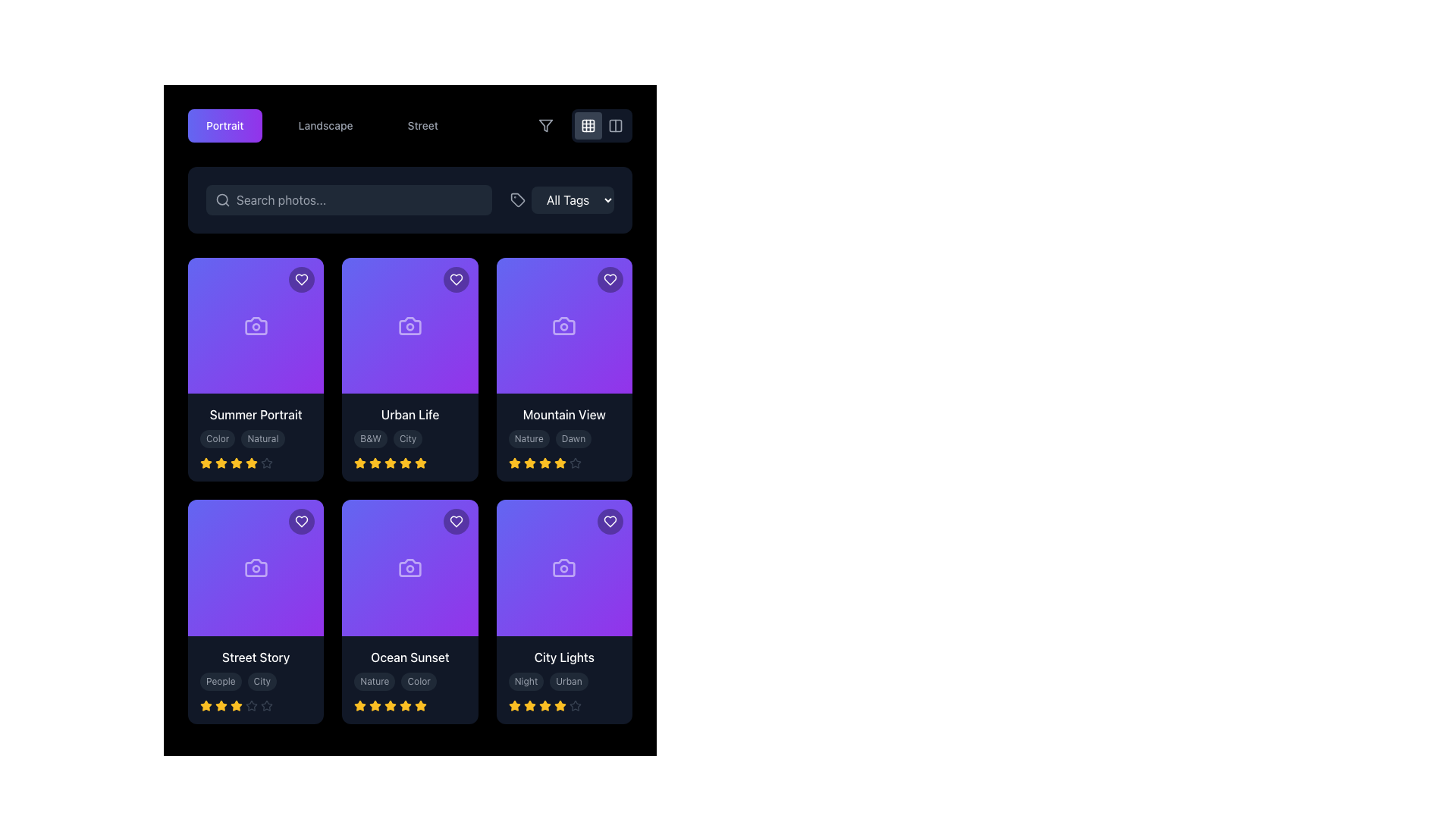 The height and width of the screenshot is (819, 1456). I want to click on the search icon located at the left end of the input field in the search bar, which symbolizes the search action, so click(221, 199).